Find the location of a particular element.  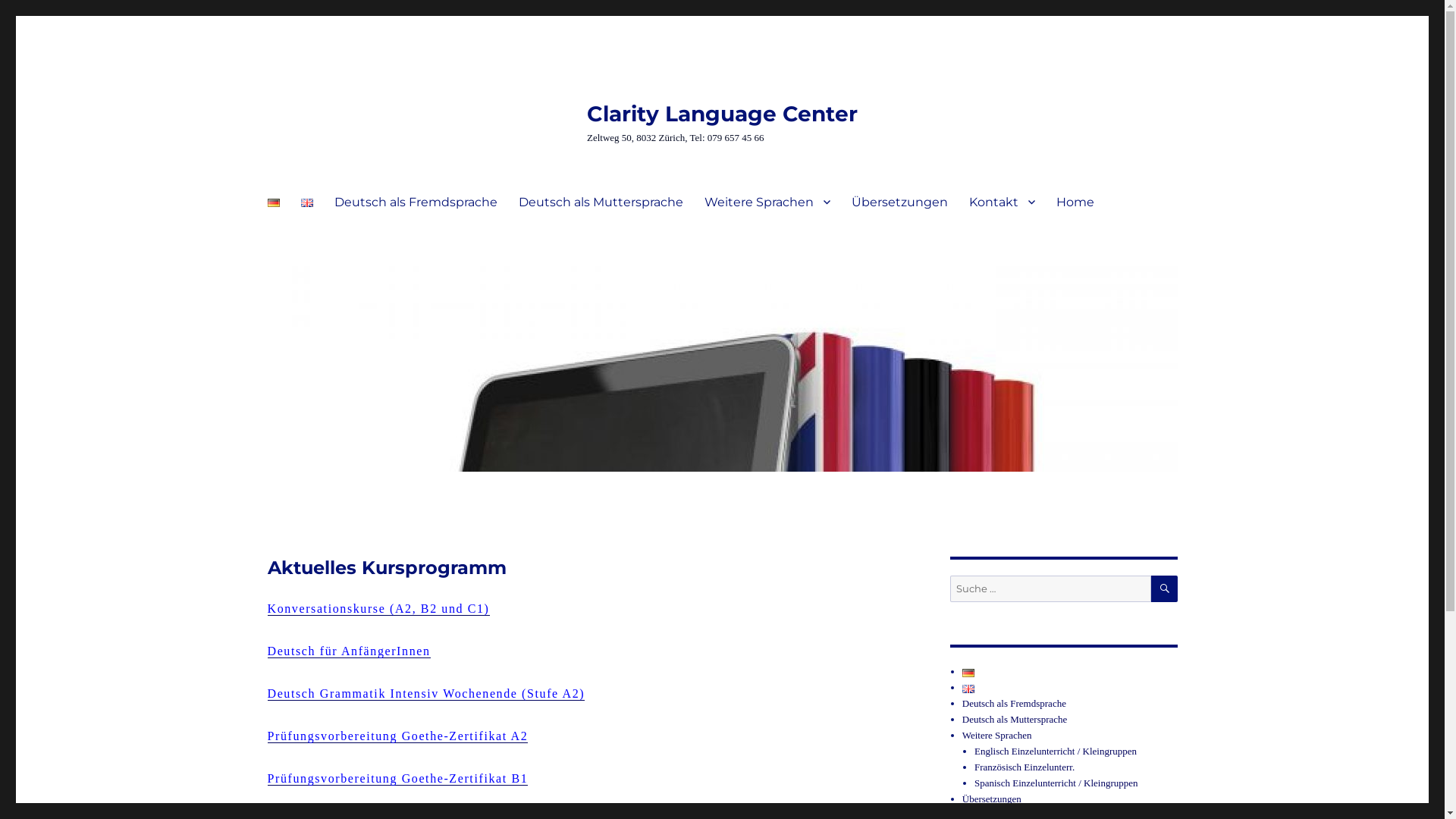

'English' is located at coordinates (967, 689).